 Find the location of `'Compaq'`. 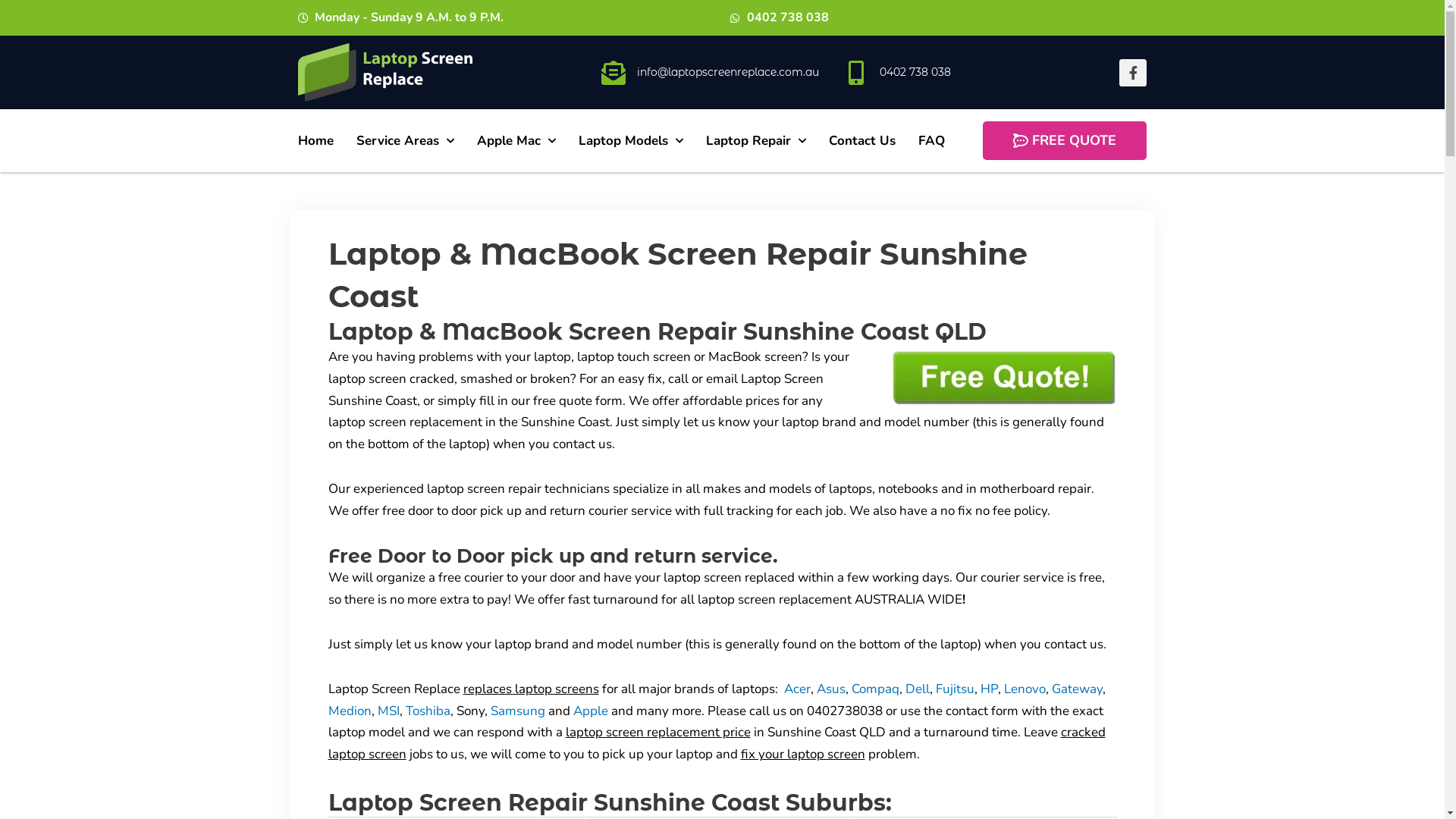

'Compaq' is located at coordinates (874, 689).